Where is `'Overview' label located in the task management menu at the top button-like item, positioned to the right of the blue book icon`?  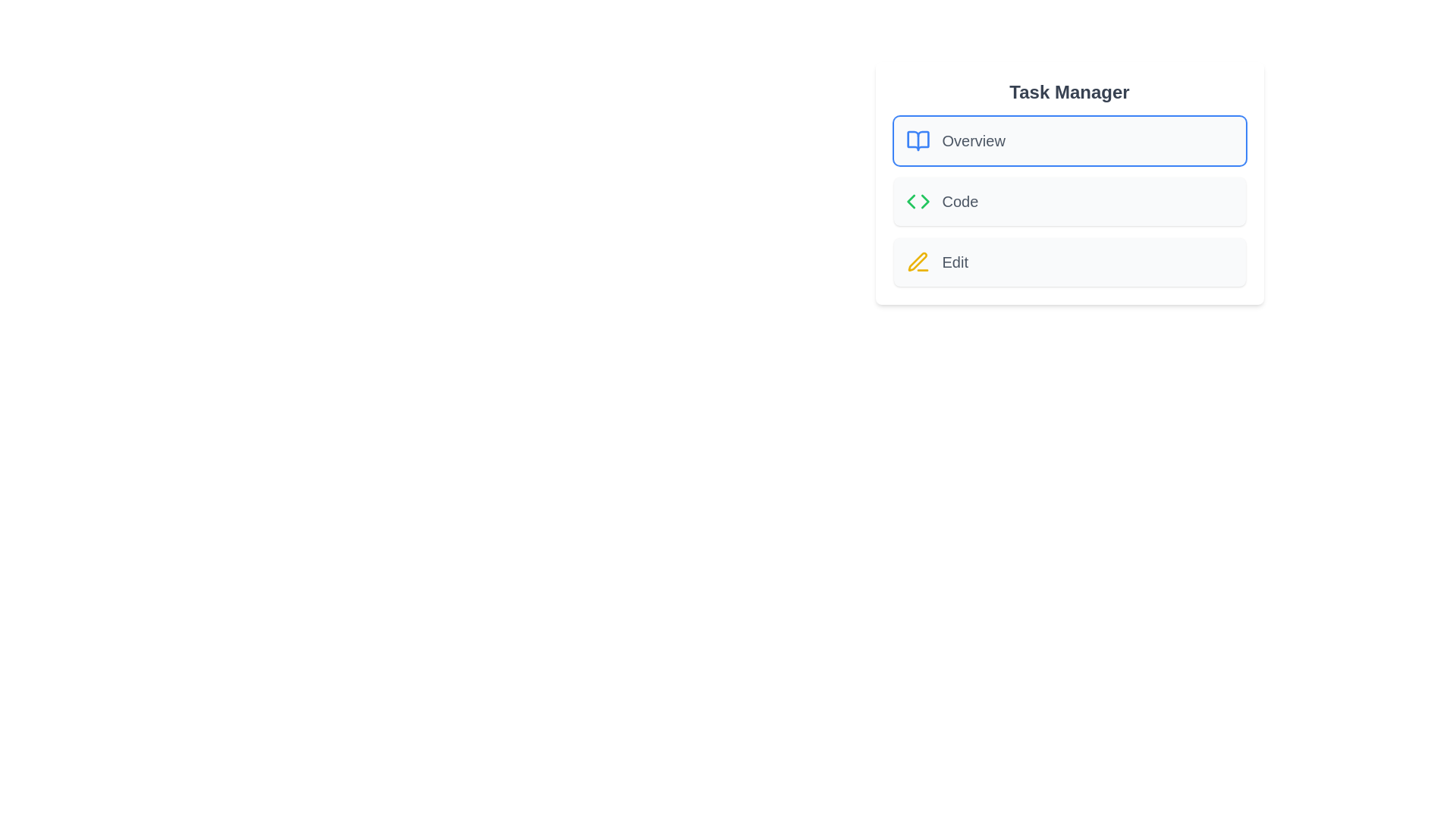
'Overview' label located in the task management menu at the top button-like item, positioned to the right of the blue book icon is located at coordinates (974, 140).